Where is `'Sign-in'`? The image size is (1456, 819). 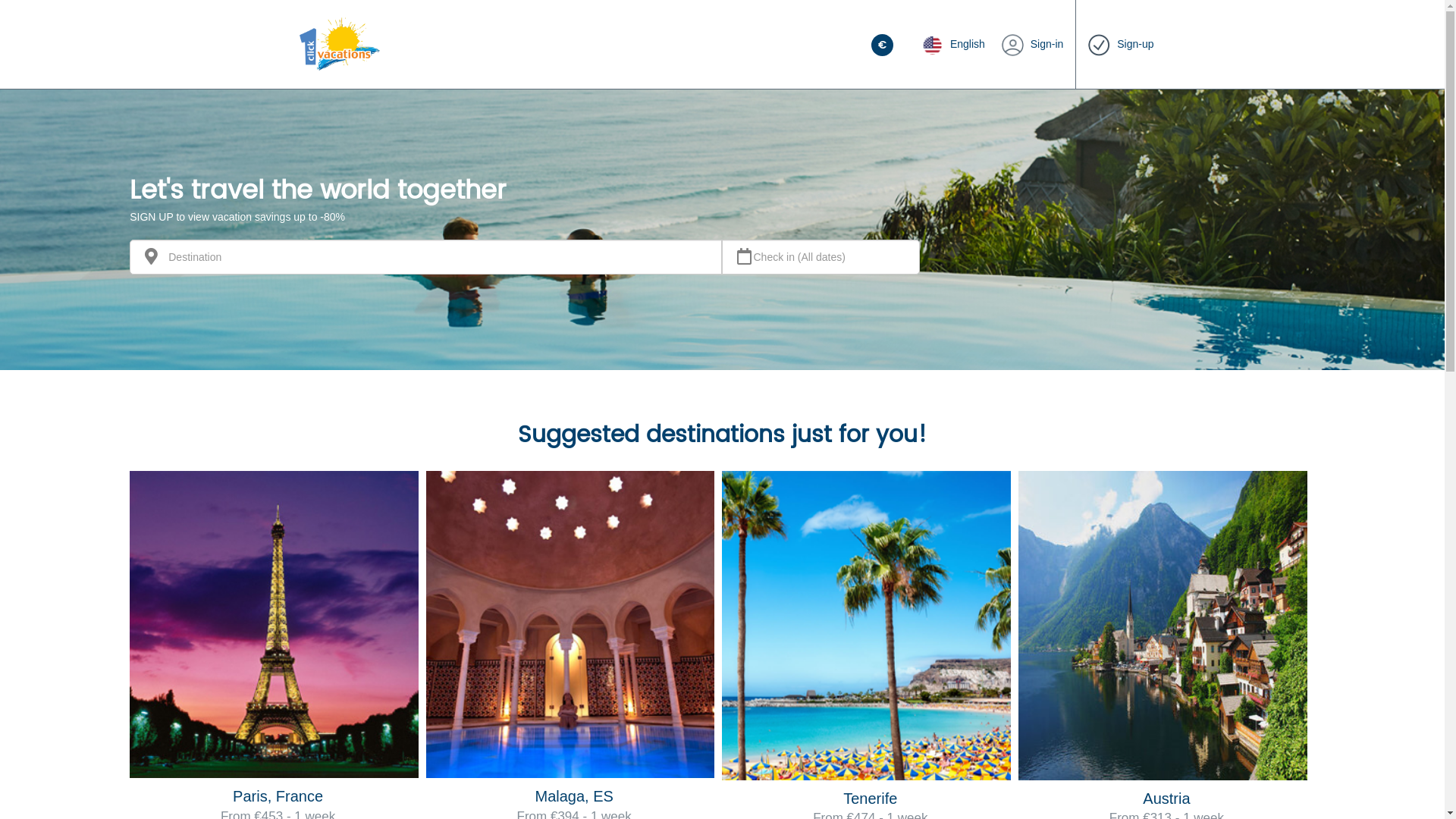 'Sign-in' is located at coordinates (1031, 43).